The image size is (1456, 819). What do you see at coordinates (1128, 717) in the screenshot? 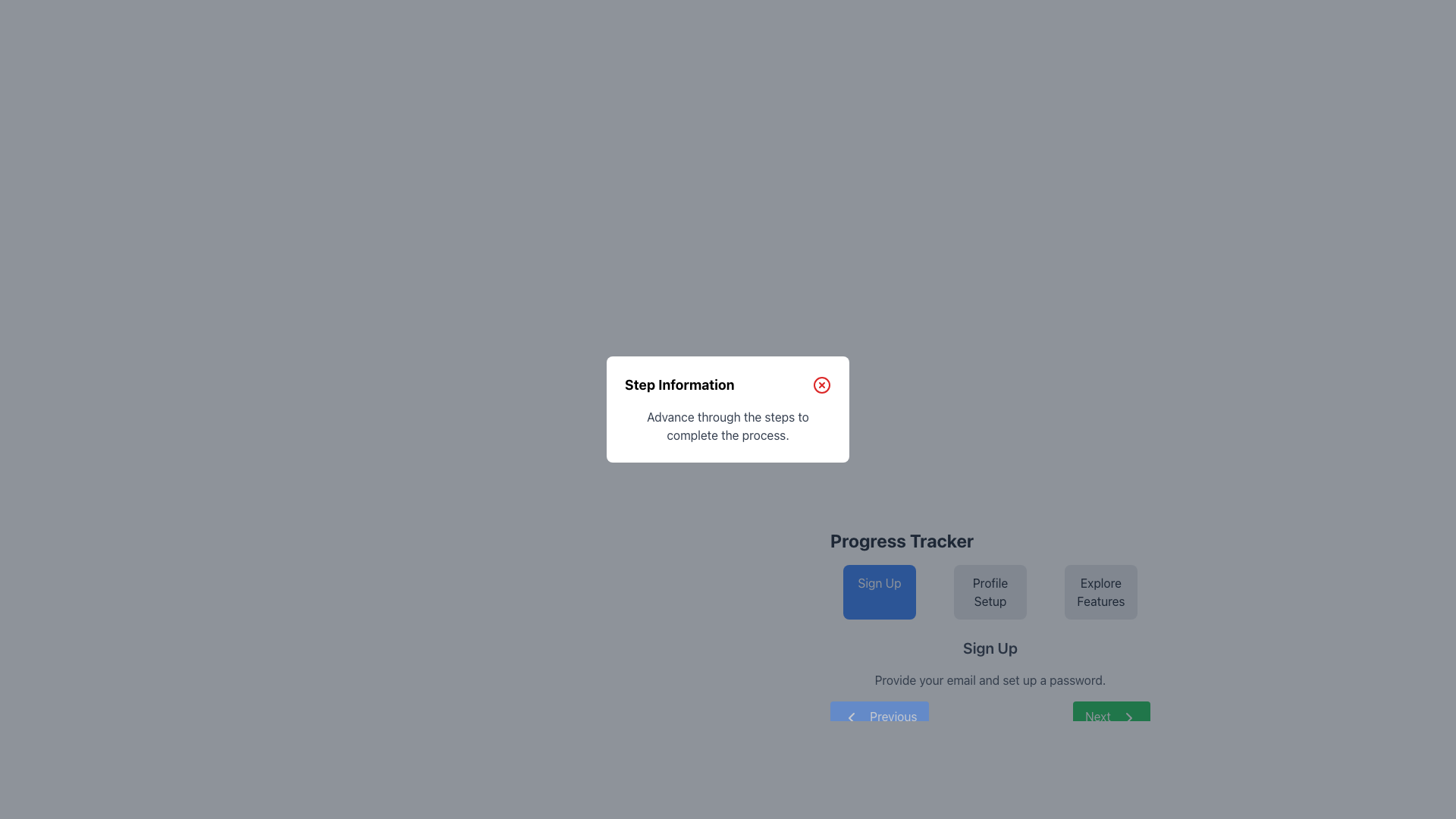
I see `the right-facing chevron-shaped icon located slightly above the 'Next' text within the green navigation button at the bottom right of the interface` at bounding box center [1128, 717].